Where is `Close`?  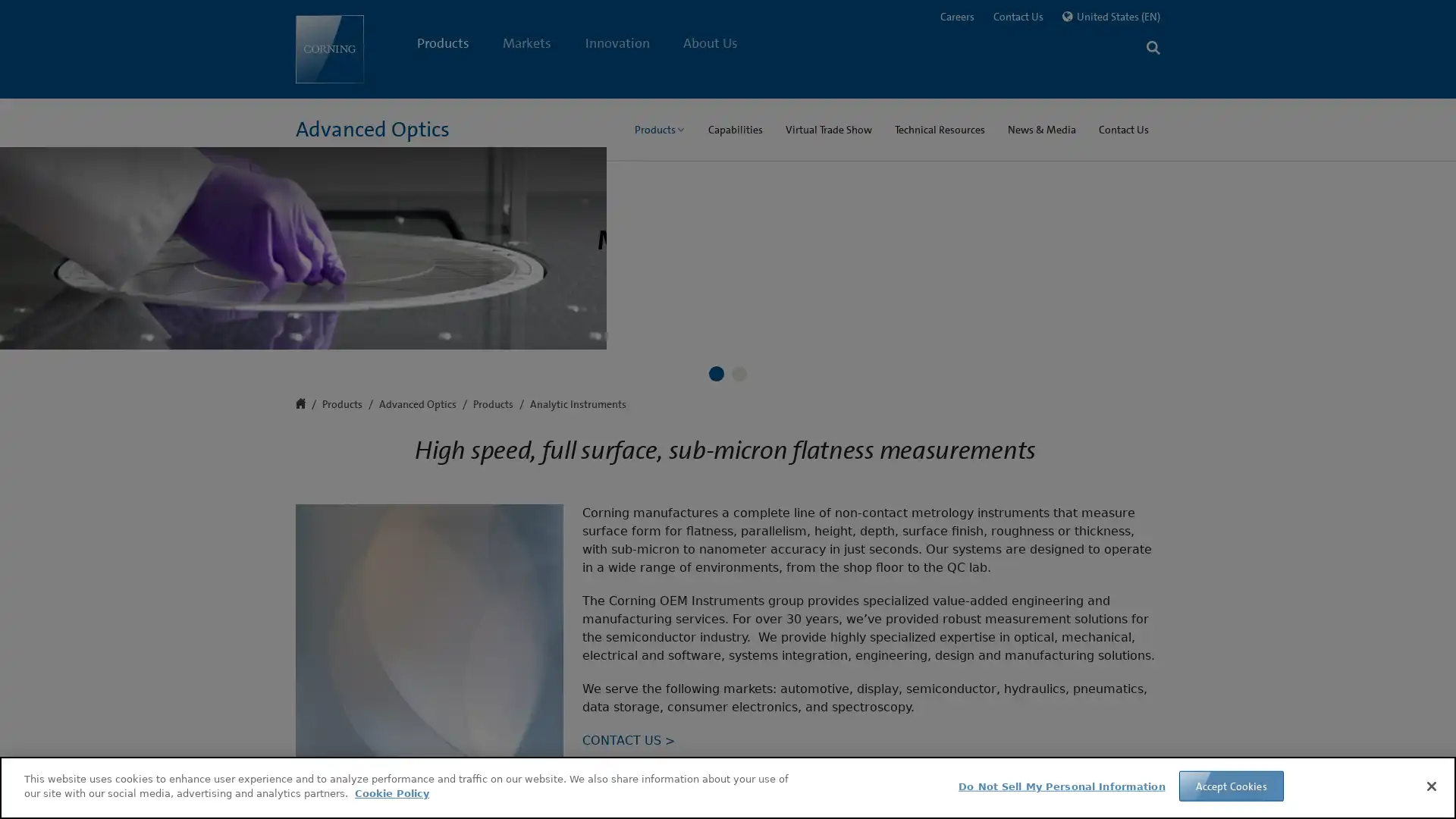
Close is located at coordinates (1430, 785).